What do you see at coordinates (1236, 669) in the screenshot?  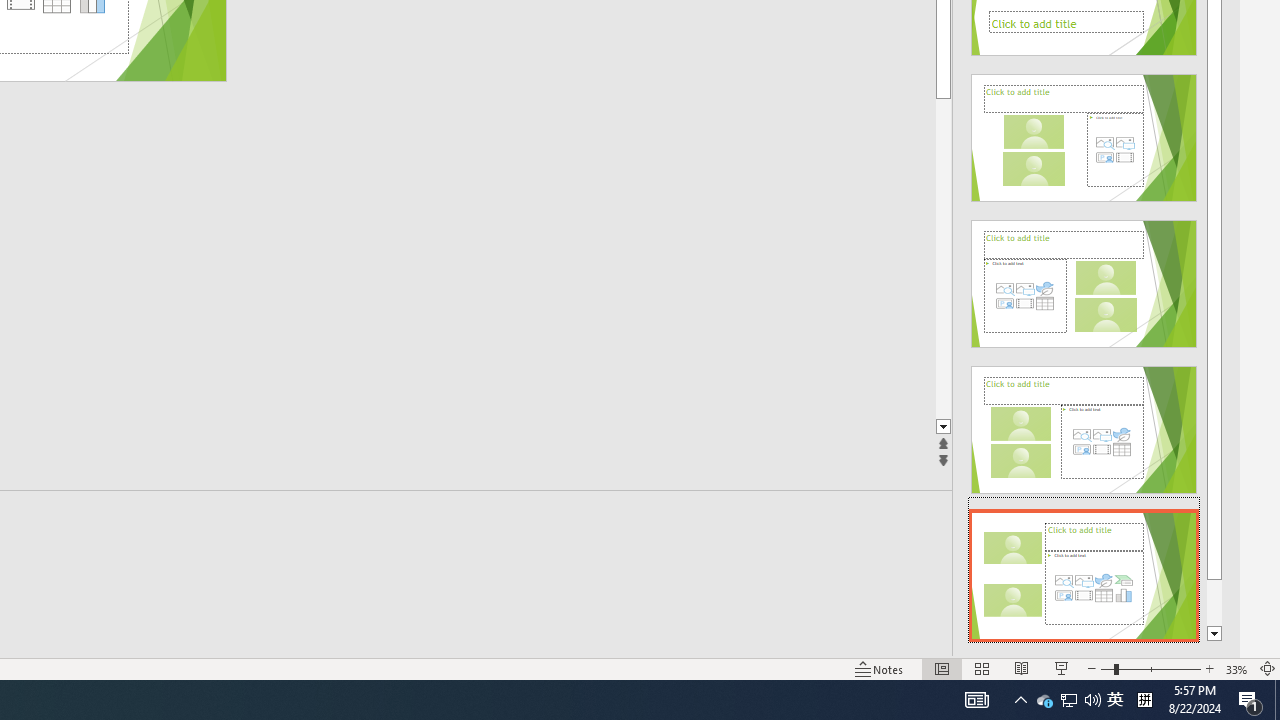 I see `'Zoom 33%'` at bounding box center [1236, 669].